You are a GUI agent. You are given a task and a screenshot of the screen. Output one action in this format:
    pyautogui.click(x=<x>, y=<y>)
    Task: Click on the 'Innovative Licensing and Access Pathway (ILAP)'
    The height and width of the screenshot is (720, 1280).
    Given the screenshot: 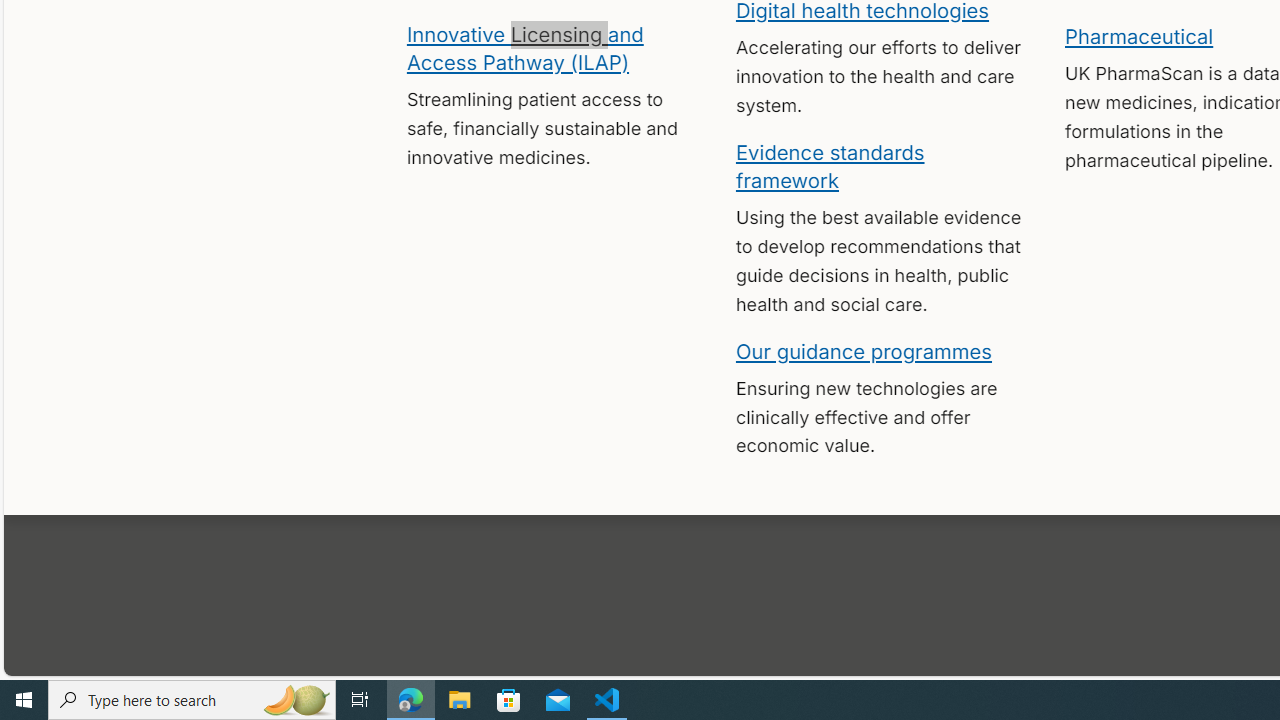 What is the action you would take?
    pyautogui.click(x=524, y=46)
    